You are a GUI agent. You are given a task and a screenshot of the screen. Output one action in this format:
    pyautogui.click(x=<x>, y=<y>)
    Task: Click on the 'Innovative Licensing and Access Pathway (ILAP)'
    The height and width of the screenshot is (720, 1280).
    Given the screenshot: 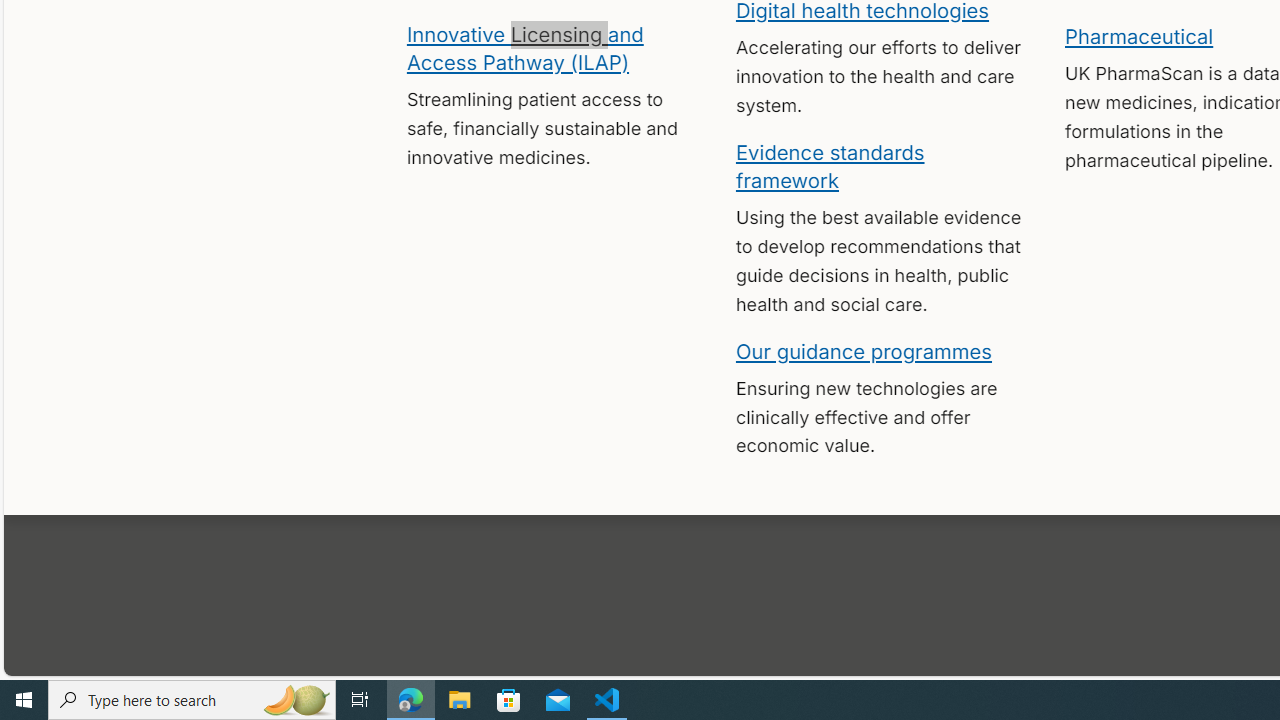 What is the action you would take?
    pyautogui.click(x=524, y=46)
    